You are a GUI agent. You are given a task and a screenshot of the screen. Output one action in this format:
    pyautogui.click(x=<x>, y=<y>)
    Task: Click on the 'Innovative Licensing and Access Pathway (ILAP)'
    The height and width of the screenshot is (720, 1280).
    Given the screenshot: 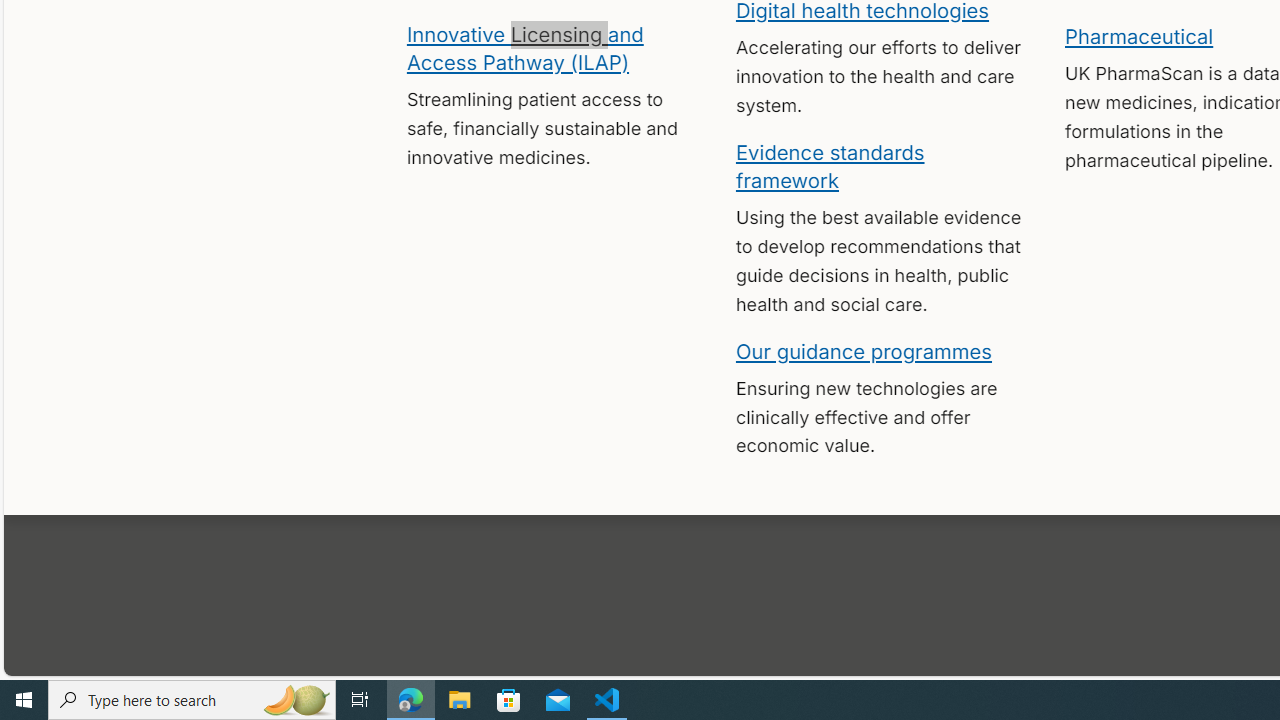 What is the action you would take?
    pyautogui.click(x=524, y=46)
    